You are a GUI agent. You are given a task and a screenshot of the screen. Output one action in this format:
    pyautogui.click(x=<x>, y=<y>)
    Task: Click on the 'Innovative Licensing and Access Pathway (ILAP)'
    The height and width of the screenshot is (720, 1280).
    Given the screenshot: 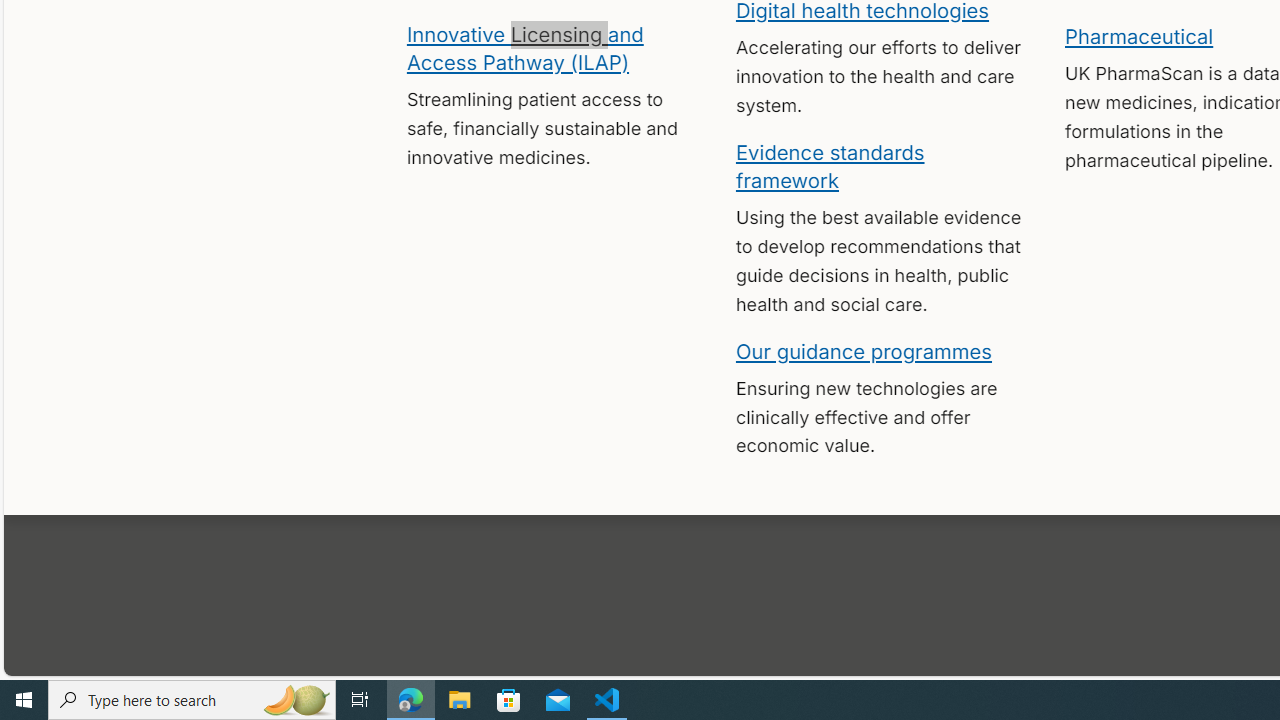 What is the action you would take?
    pyautogui.click(x=524, y=46)
    